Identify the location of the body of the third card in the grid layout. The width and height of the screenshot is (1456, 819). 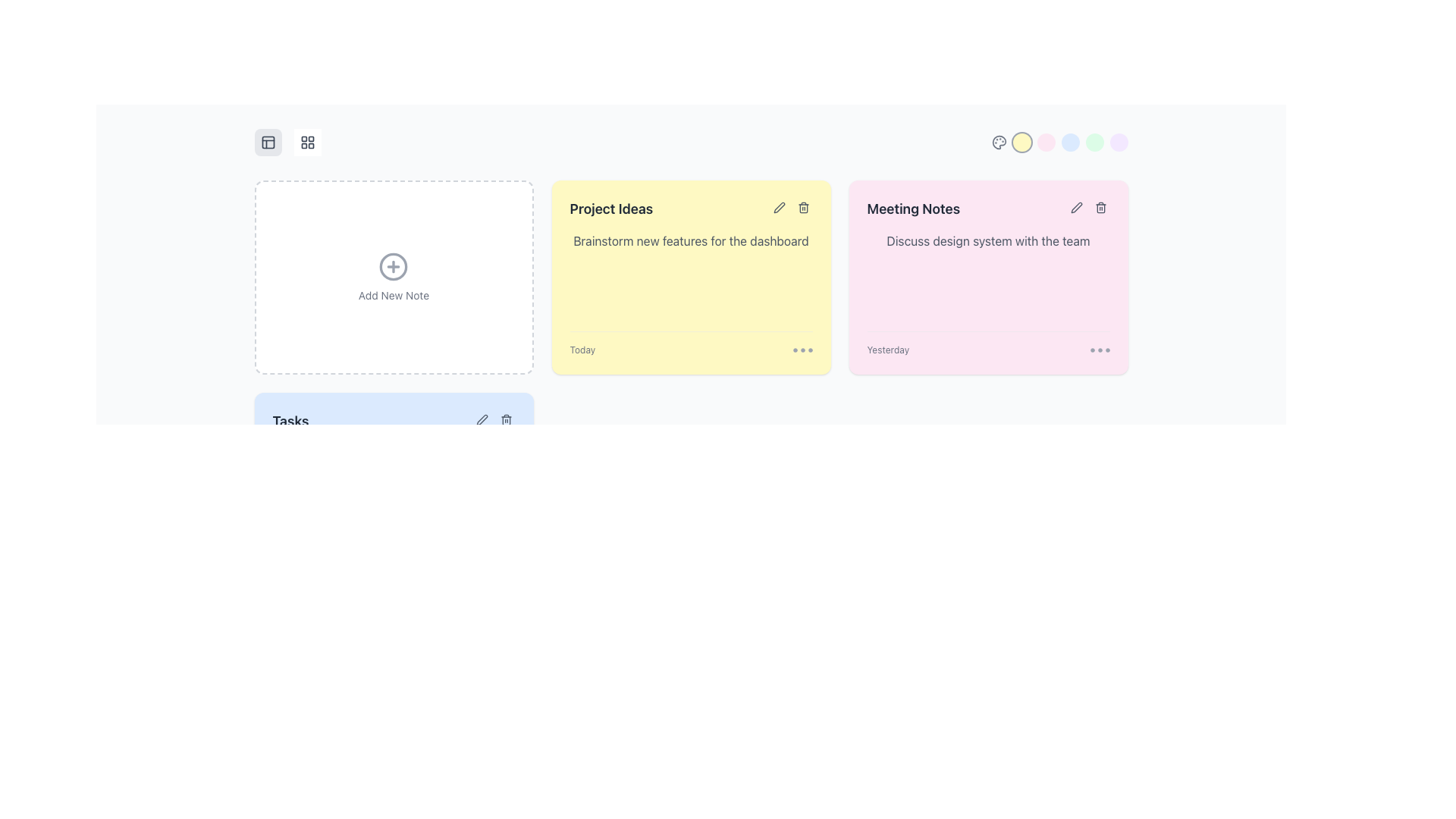
(988, 278).